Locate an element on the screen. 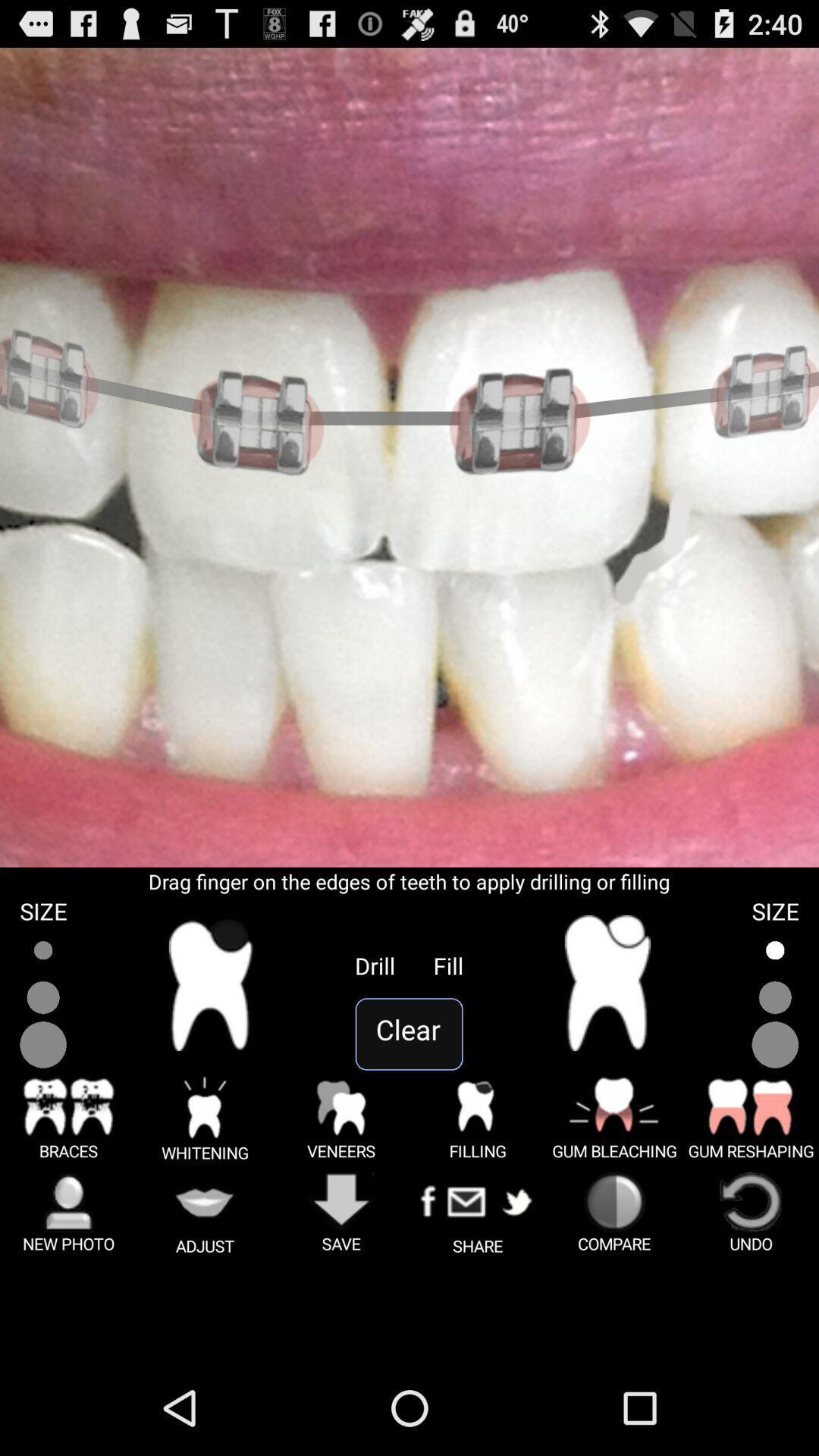 The height and width of the screenshot is (1456, 819). indicates a tooth with a filling is located at coordinates (607, 983).